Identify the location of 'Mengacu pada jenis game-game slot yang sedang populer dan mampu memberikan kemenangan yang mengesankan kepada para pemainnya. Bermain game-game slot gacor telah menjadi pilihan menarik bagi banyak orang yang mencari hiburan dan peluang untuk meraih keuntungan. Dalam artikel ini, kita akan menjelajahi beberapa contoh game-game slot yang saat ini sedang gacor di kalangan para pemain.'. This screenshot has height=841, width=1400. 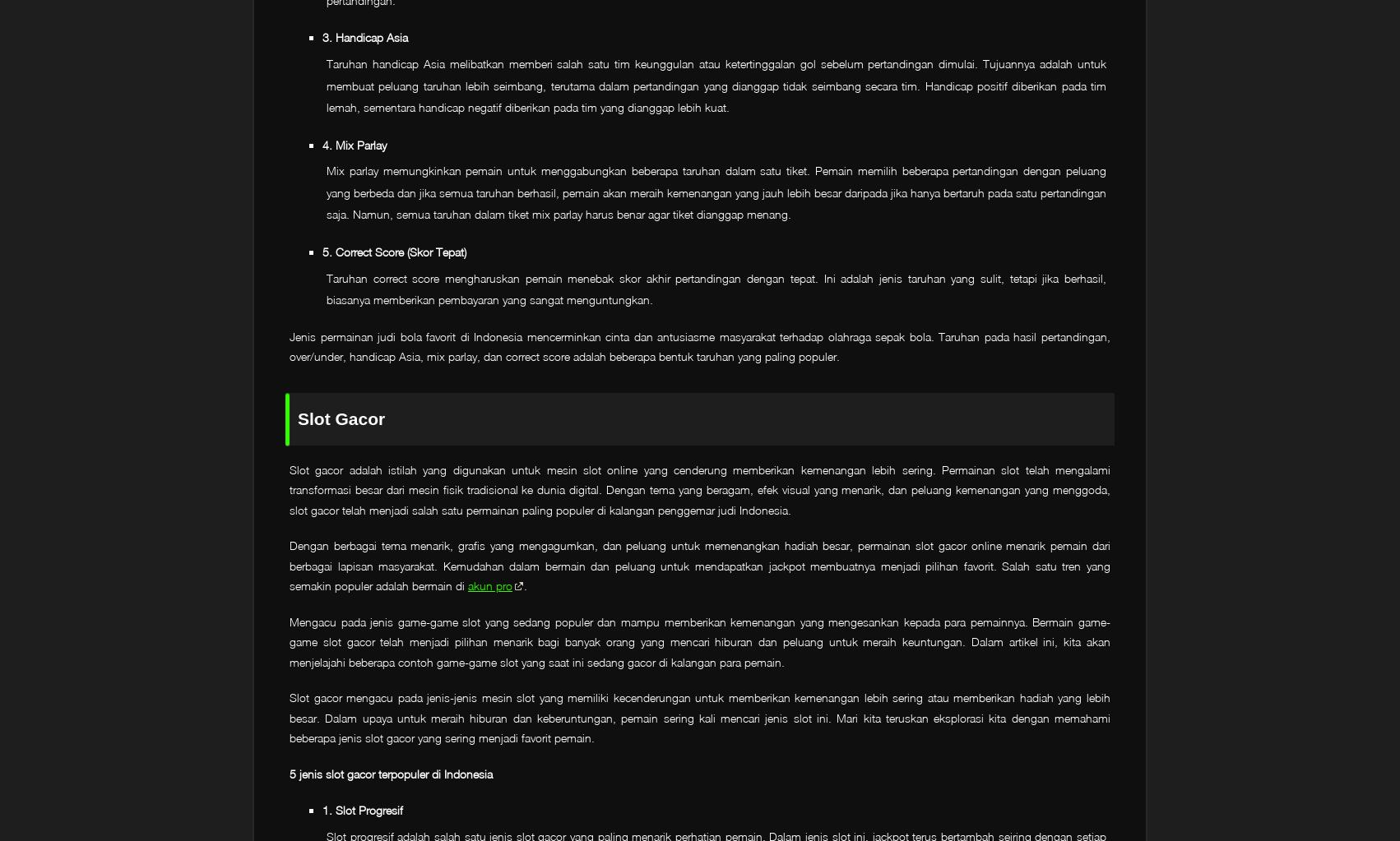
(700, 640).